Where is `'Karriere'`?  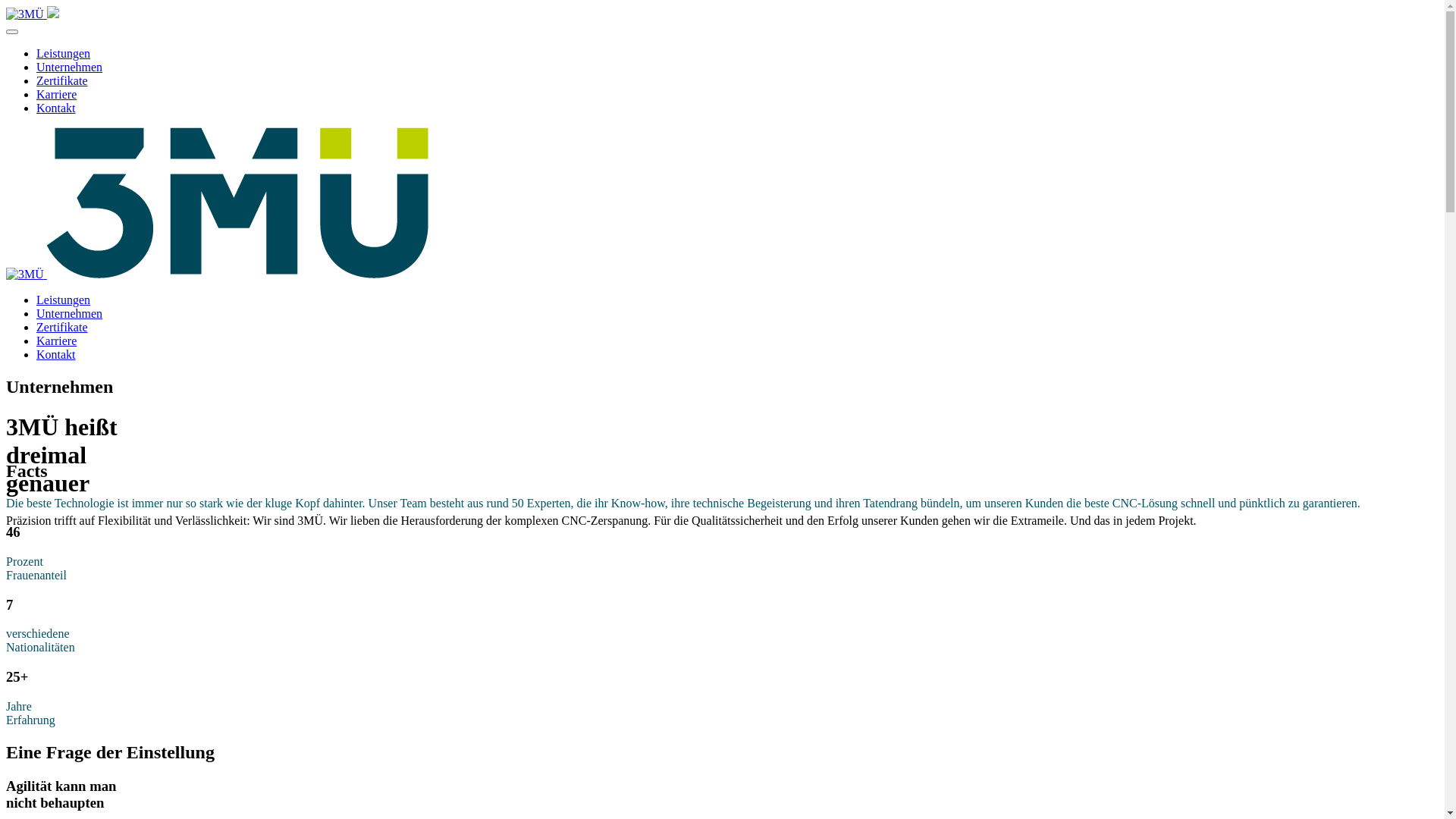 'Karriere' is located at coordinates (56, 340).